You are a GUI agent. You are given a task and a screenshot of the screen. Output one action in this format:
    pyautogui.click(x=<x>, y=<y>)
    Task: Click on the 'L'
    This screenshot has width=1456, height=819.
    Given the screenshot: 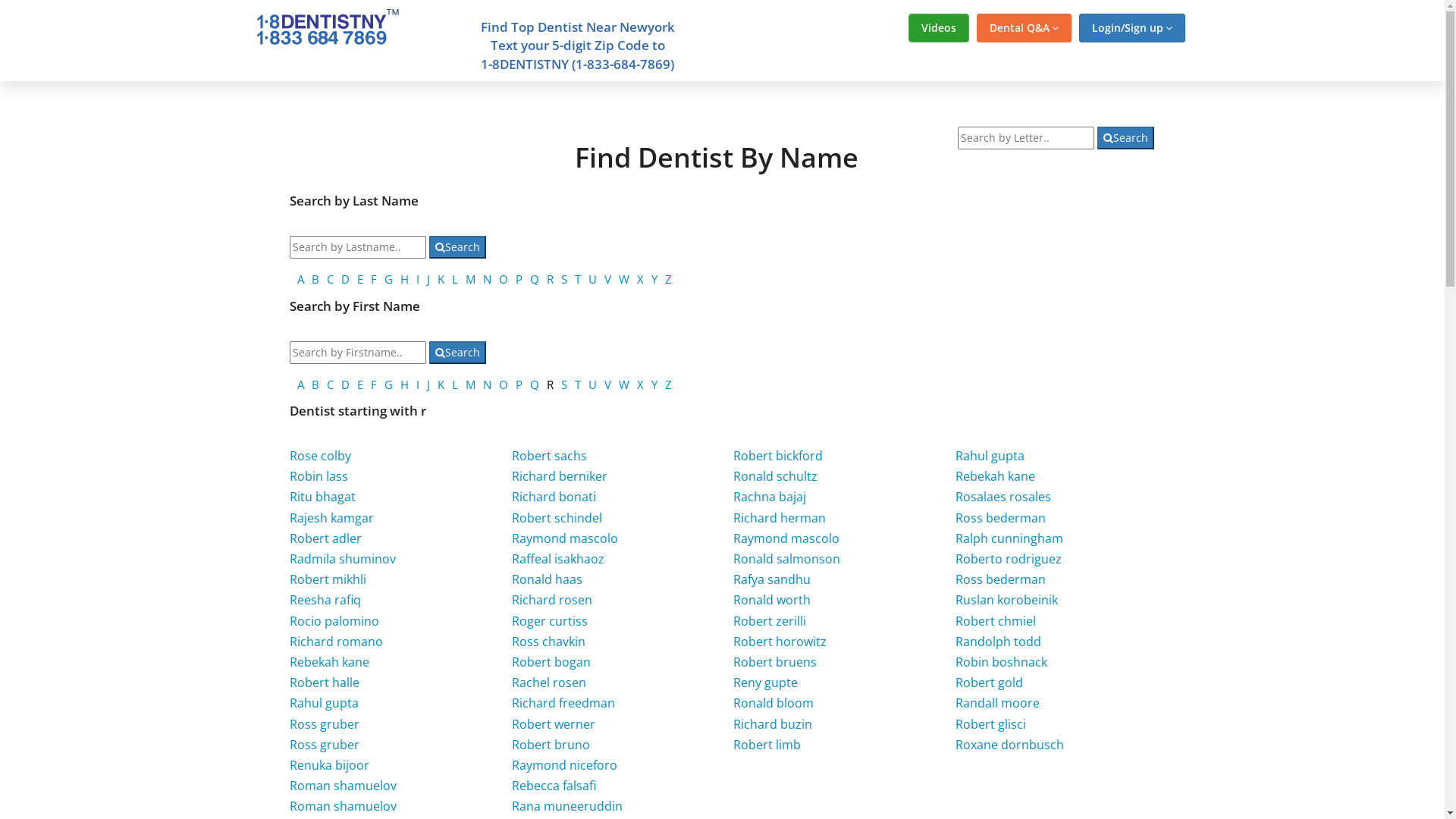 What is the action you would take?
    pyautogui.click(x=450, y=278)
    